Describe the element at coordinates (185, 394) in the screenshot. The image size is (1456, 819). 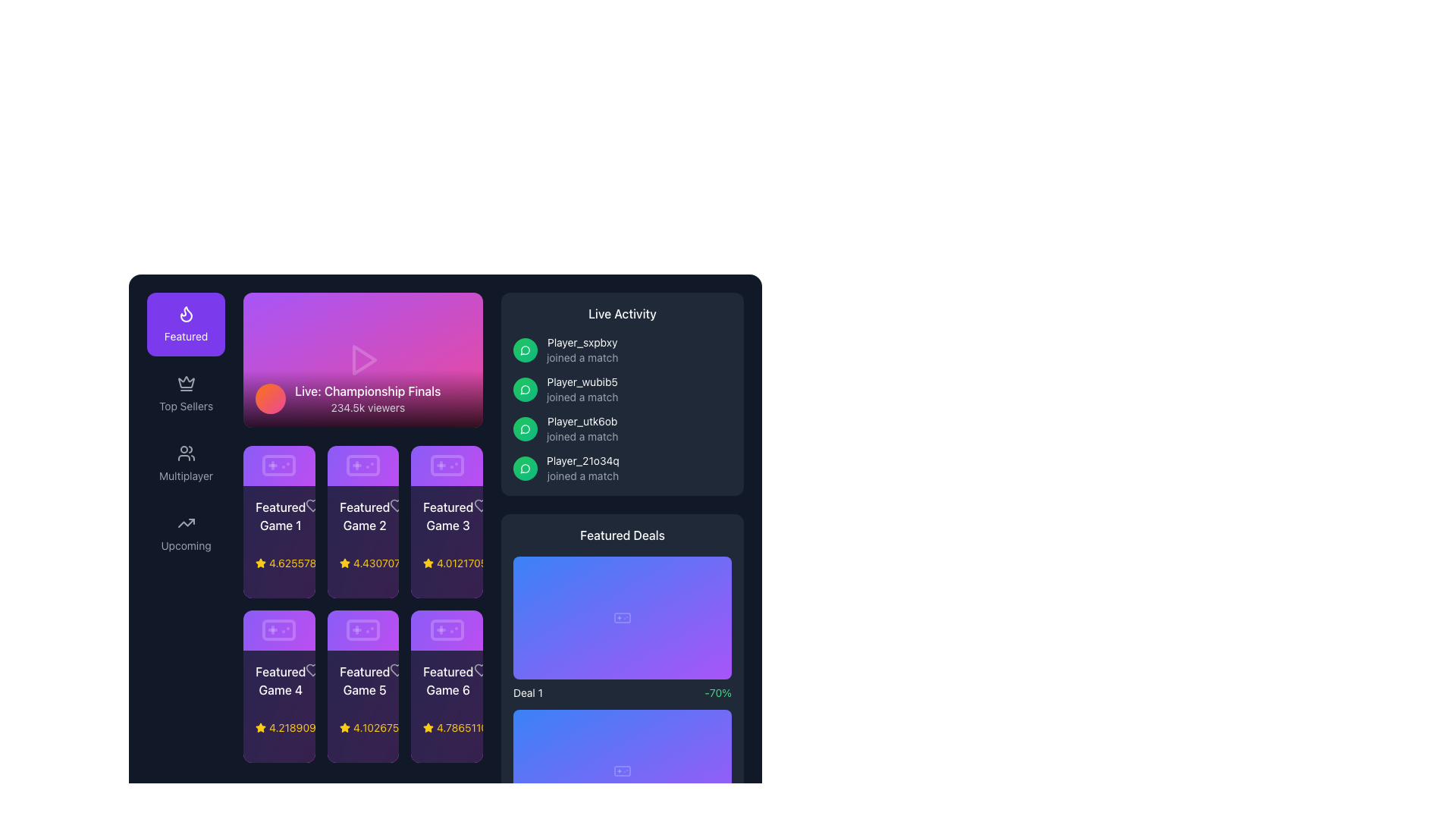
I see `the navigation button located in the vertical list, positioned as the second item beneath the 'Featured' button and above the 'Multiplayer' button` at that location.